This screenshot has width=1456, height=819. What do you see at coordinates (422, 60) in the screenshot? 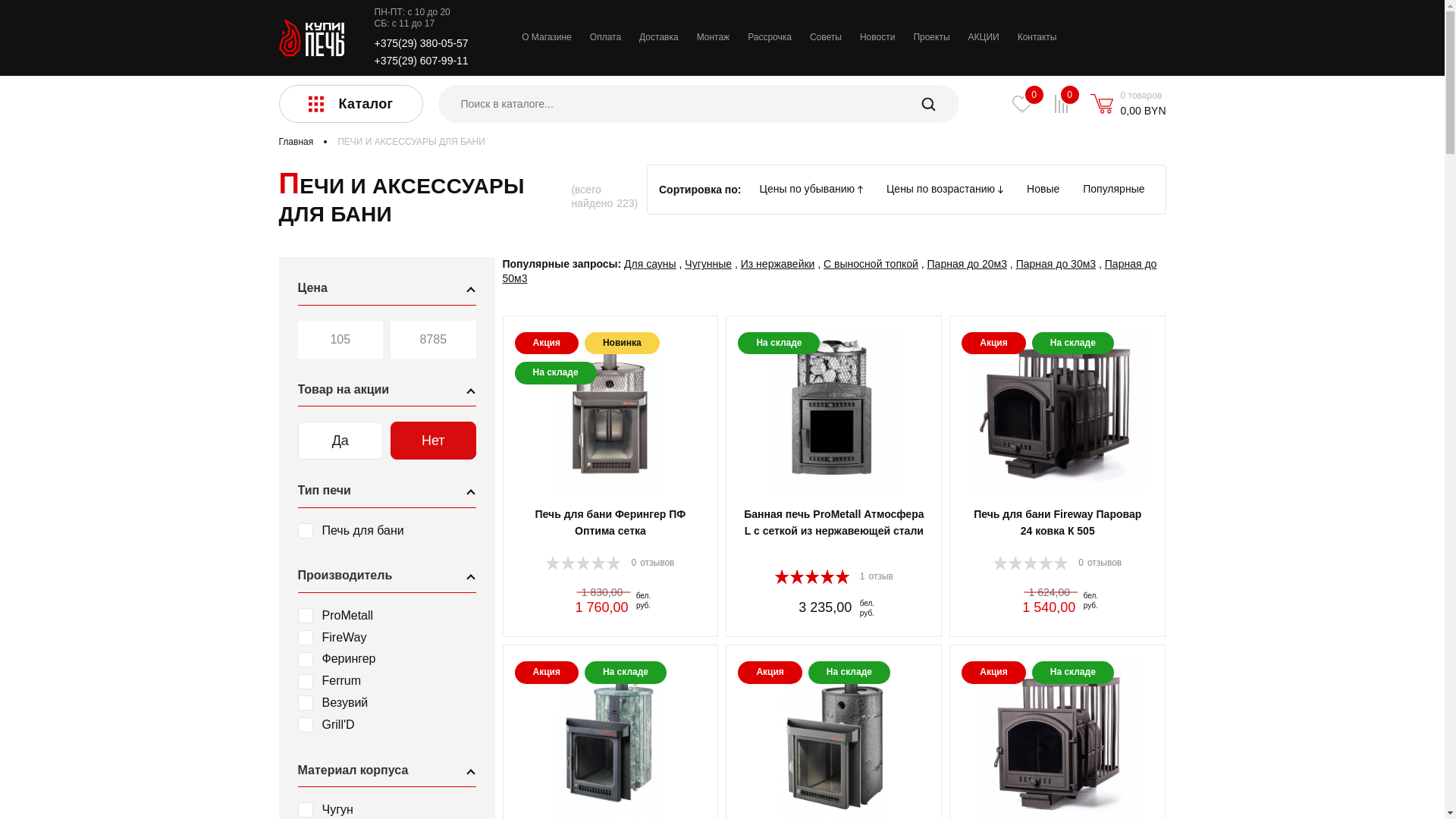
I see `'+375(29) 607-99-11'` at bounding box center [422, 60].